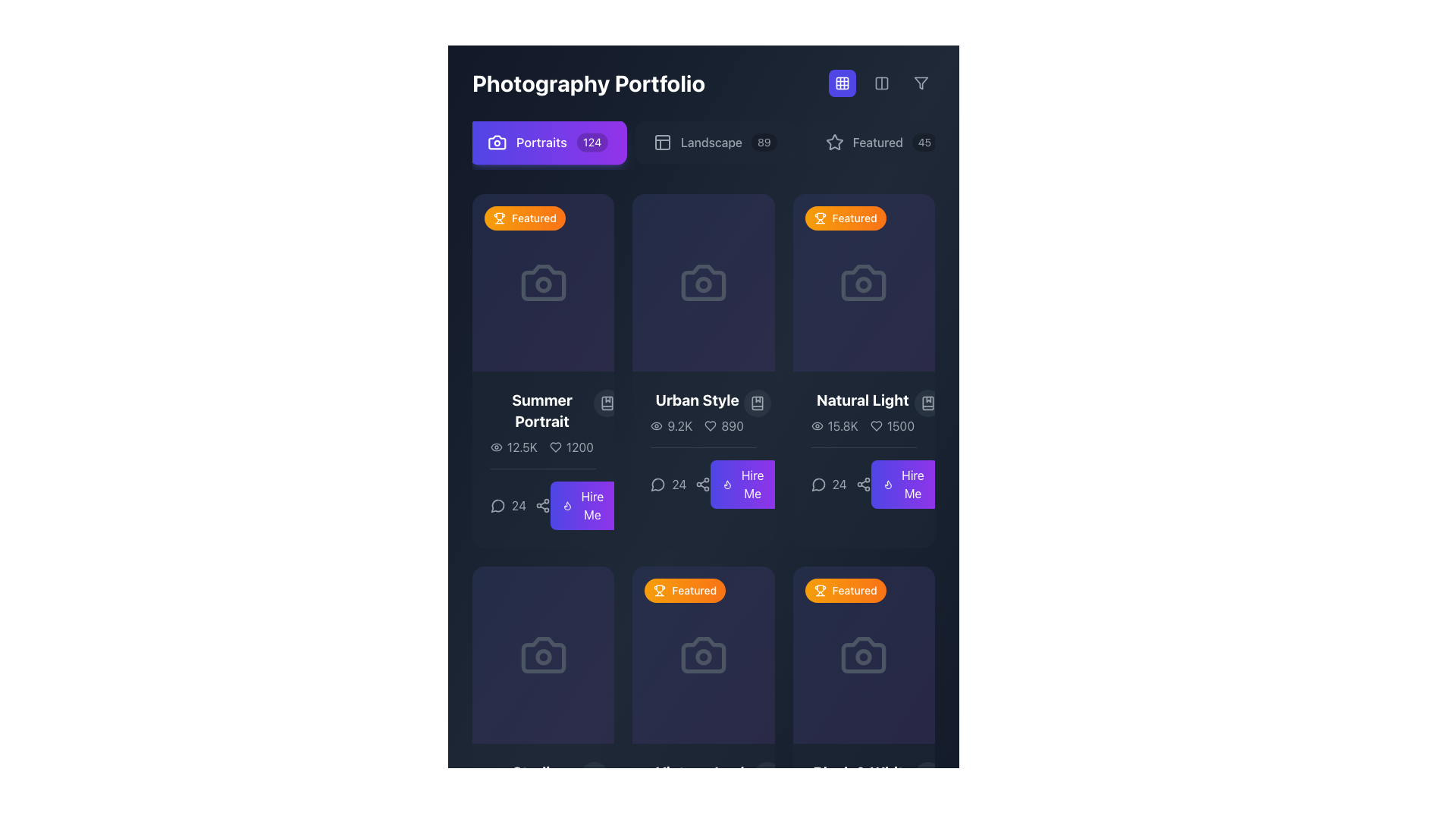 This screenshot has height=819, width=1456. Describe the element at coordinates (702, 654) in the screenshot. I see `the camera icon located in the second column of the bottom row of the grid layout, which represents a photography-related item and is beneath a badge reading 'Featured'` at that location.